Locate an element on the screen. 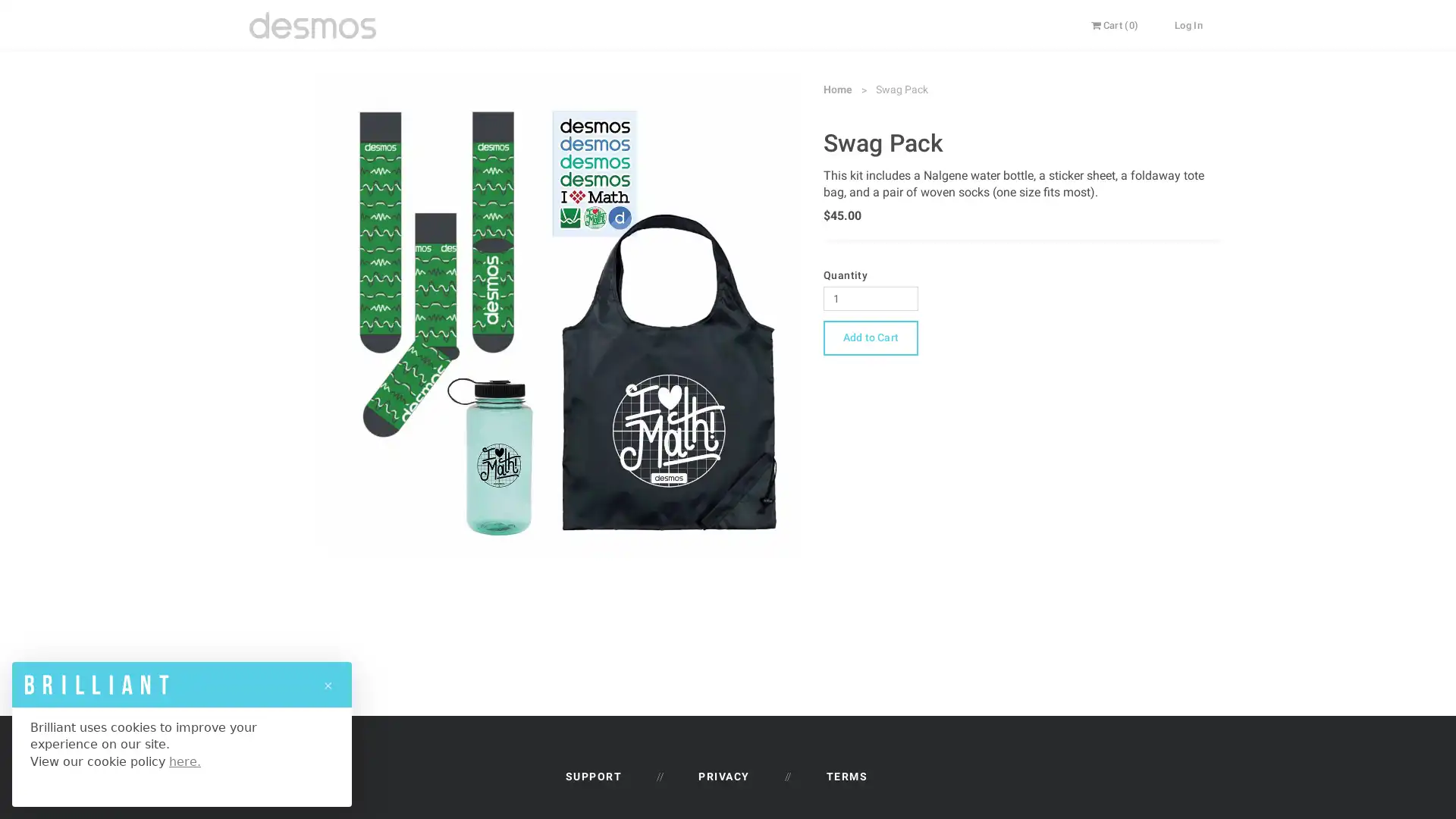 The width and height of the screenshot is (1456, 819). Add to Cart is located at coordinates (870, 336).